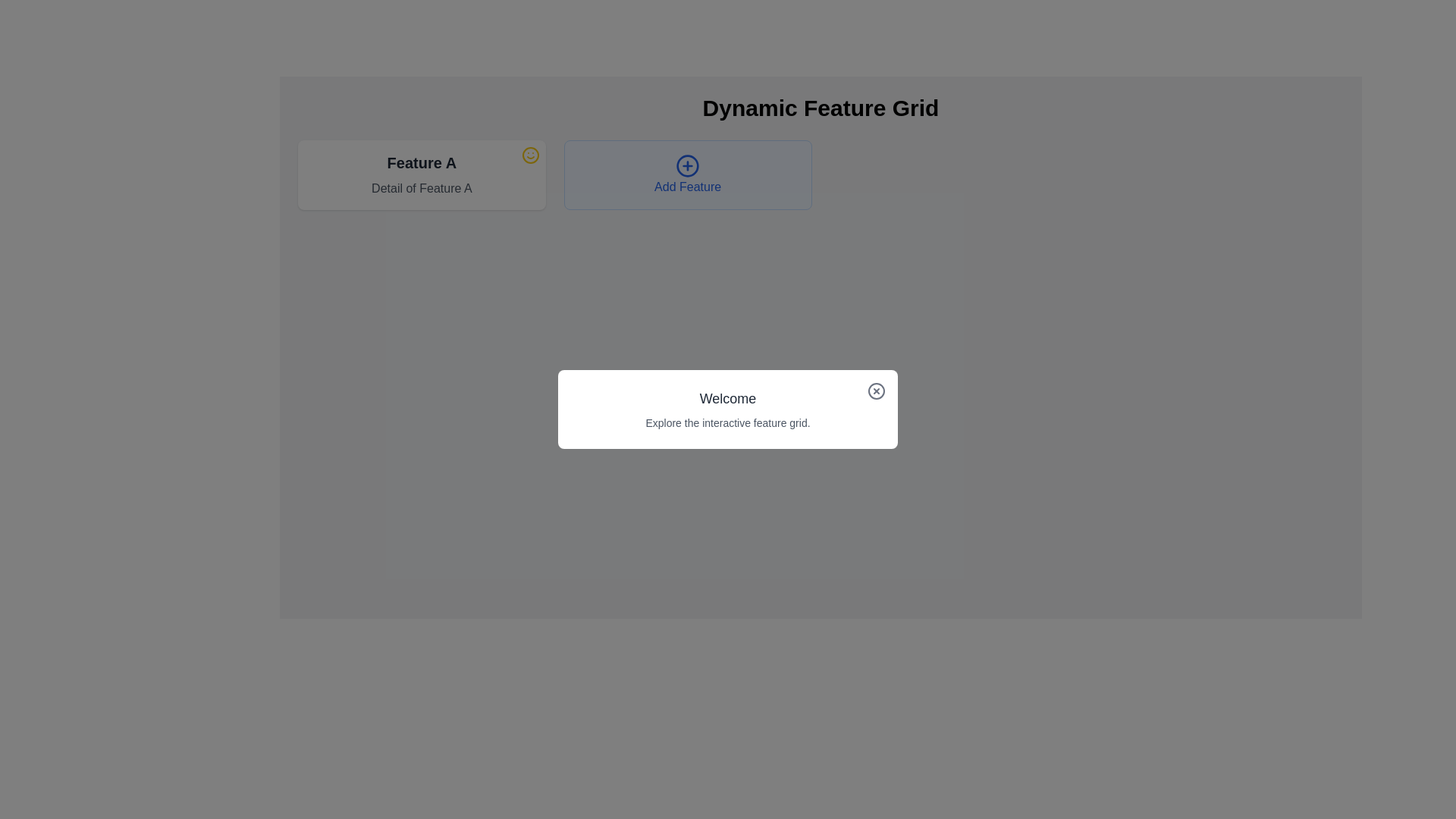 This screenshot has height=819, width=1456. I want to click on the decorative or informative icon symbolizing a smile or positivity located in the top-right corner of the feature card labeled 'Feature A', so click(530, 155).